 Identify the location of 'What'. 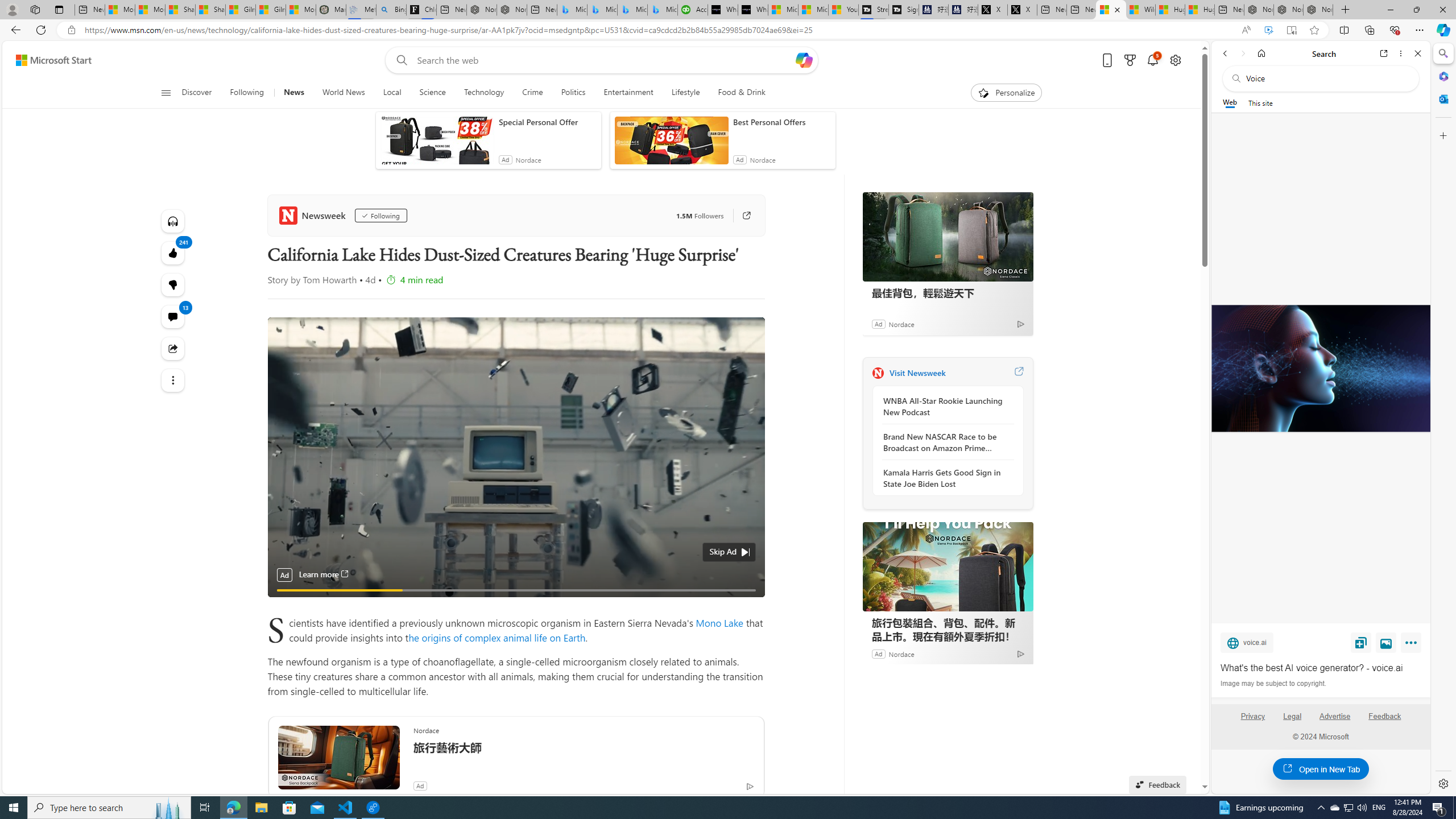
(1319, 368).